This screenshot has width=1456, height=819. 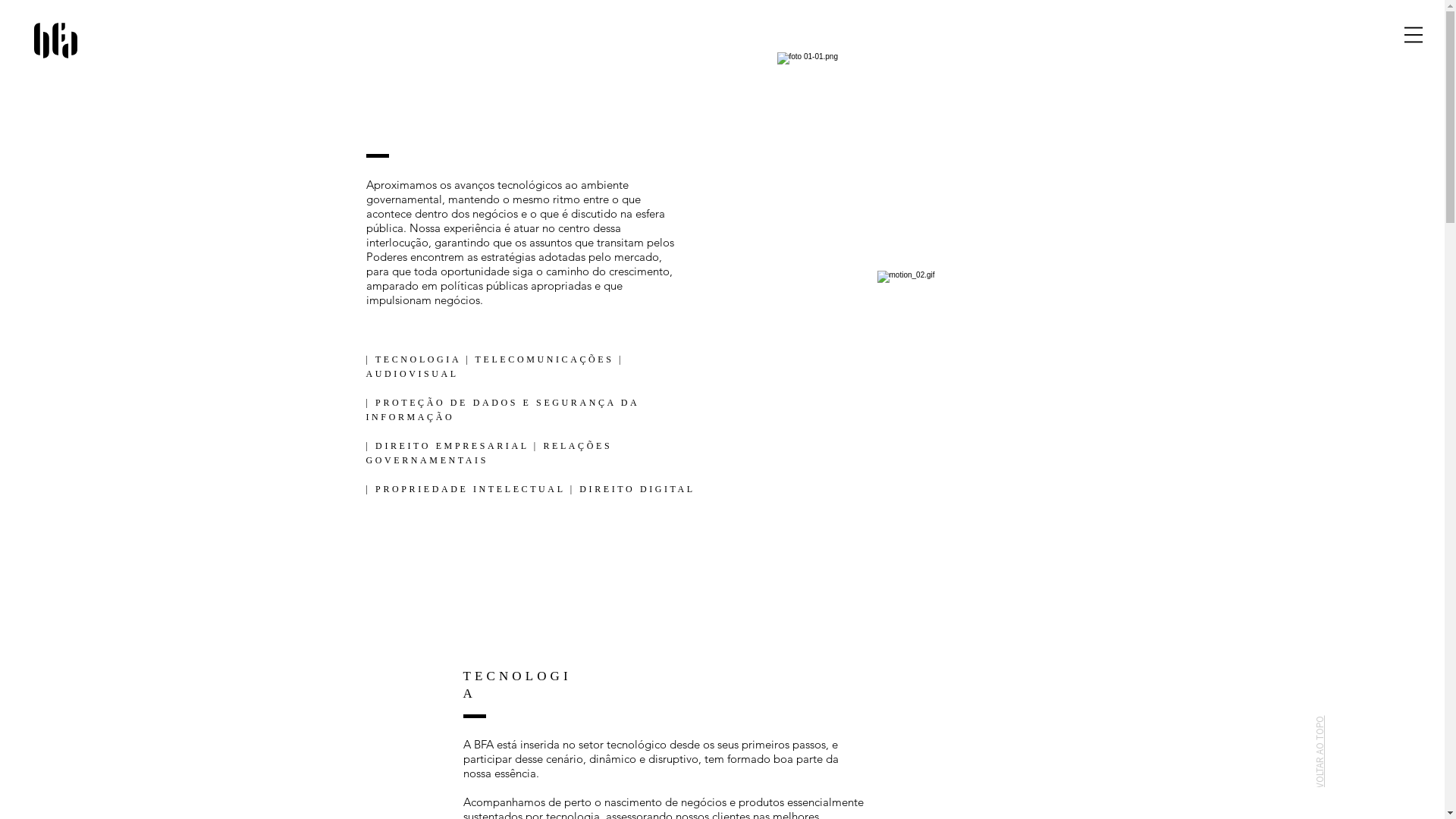 I want to click on 'AUDIOVISUAL', so click(x=411, y=374).